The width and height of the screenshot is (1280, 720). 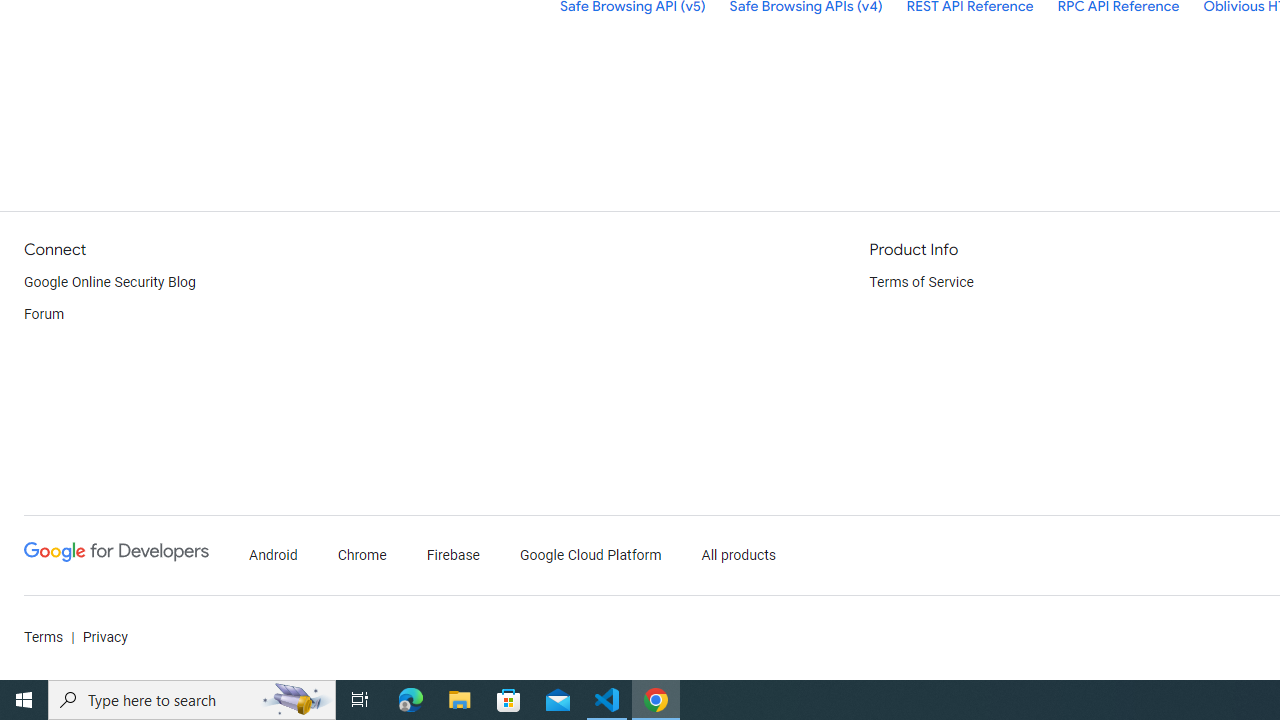 I want to click on 'Firebase', so click(x=452, y=555).